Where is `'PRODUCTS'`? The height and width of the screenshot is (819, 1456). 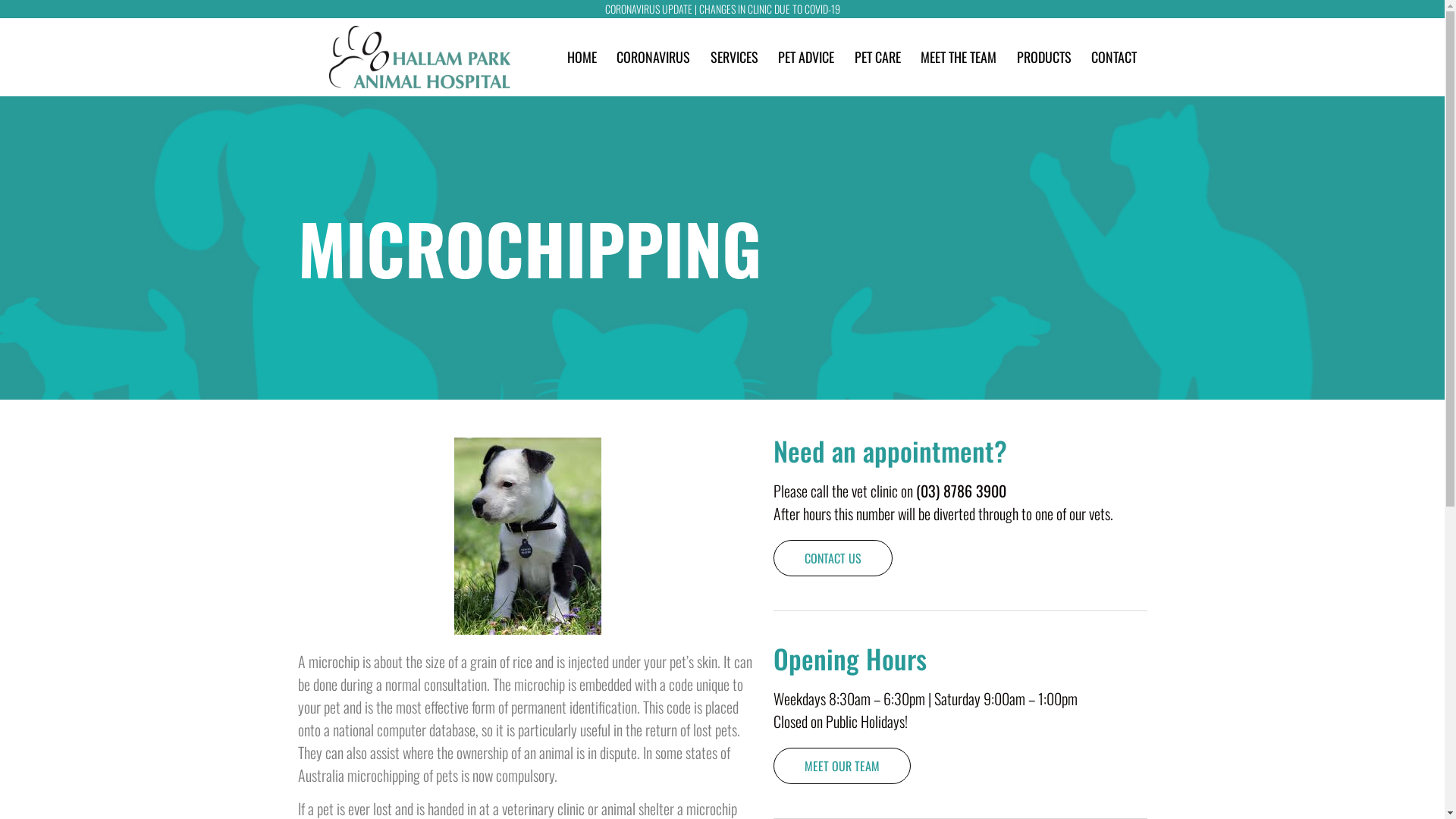
'PRODUCTS' is located at coordinates (1043, 55).